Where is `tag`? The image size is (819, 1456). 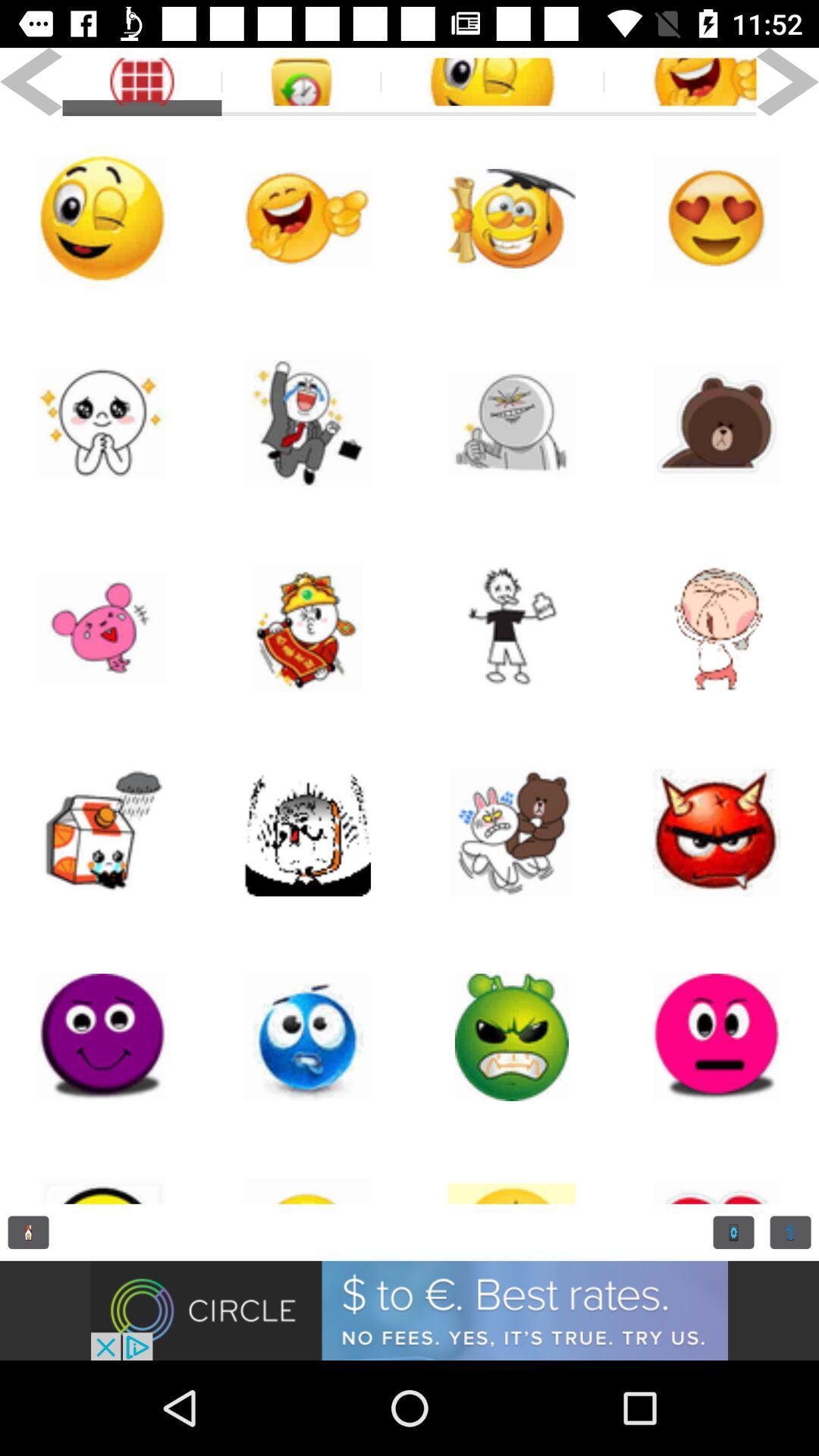
tag is located at coordinates (492, 81).